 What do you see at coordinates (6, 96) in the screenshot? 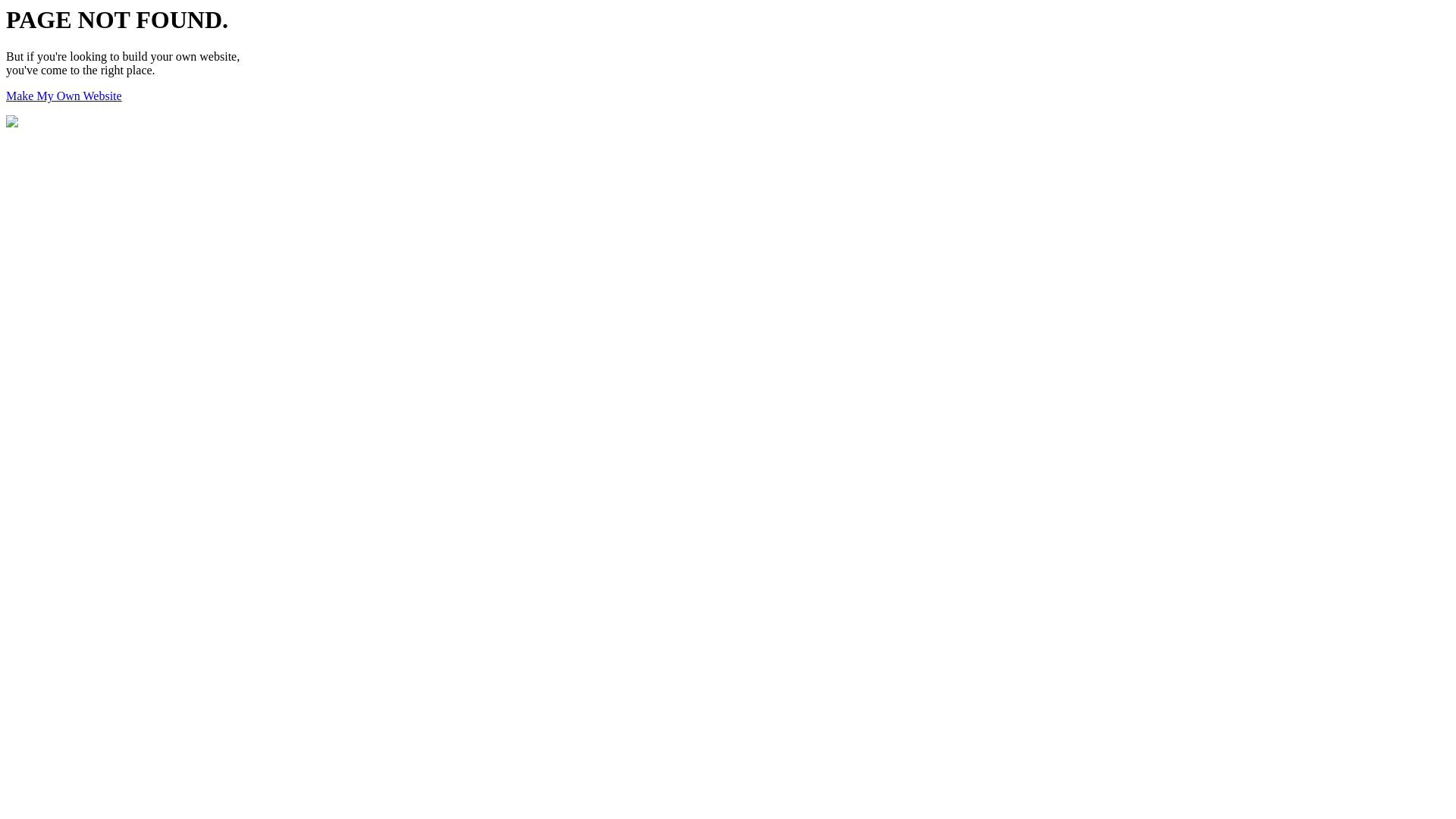
I see `'Make My Own Website'` at bounding box center [6, 96].